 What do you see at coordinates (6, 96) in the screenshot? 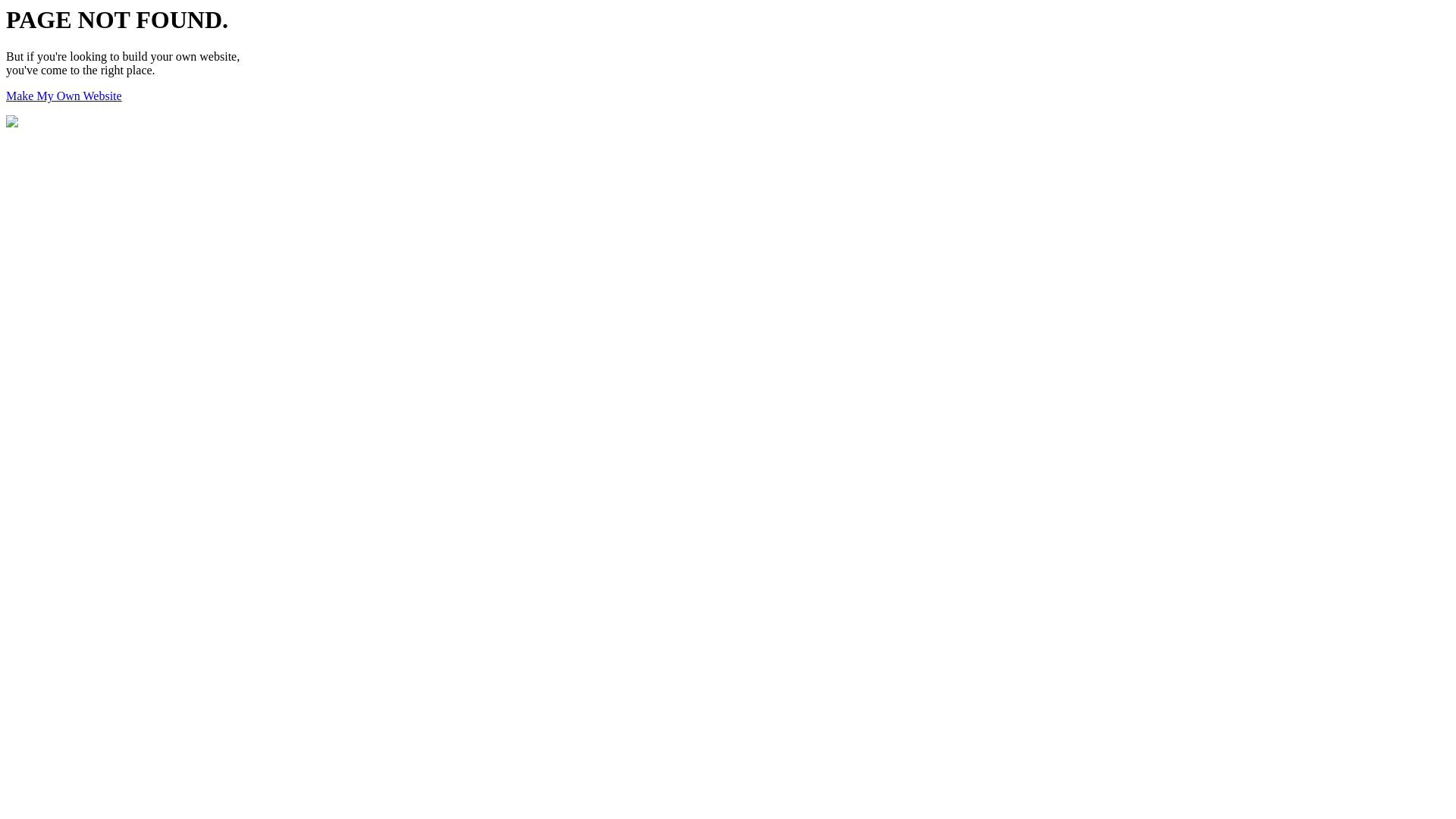
I see `'Make My Own Website'` at bounding box center [6, 96].